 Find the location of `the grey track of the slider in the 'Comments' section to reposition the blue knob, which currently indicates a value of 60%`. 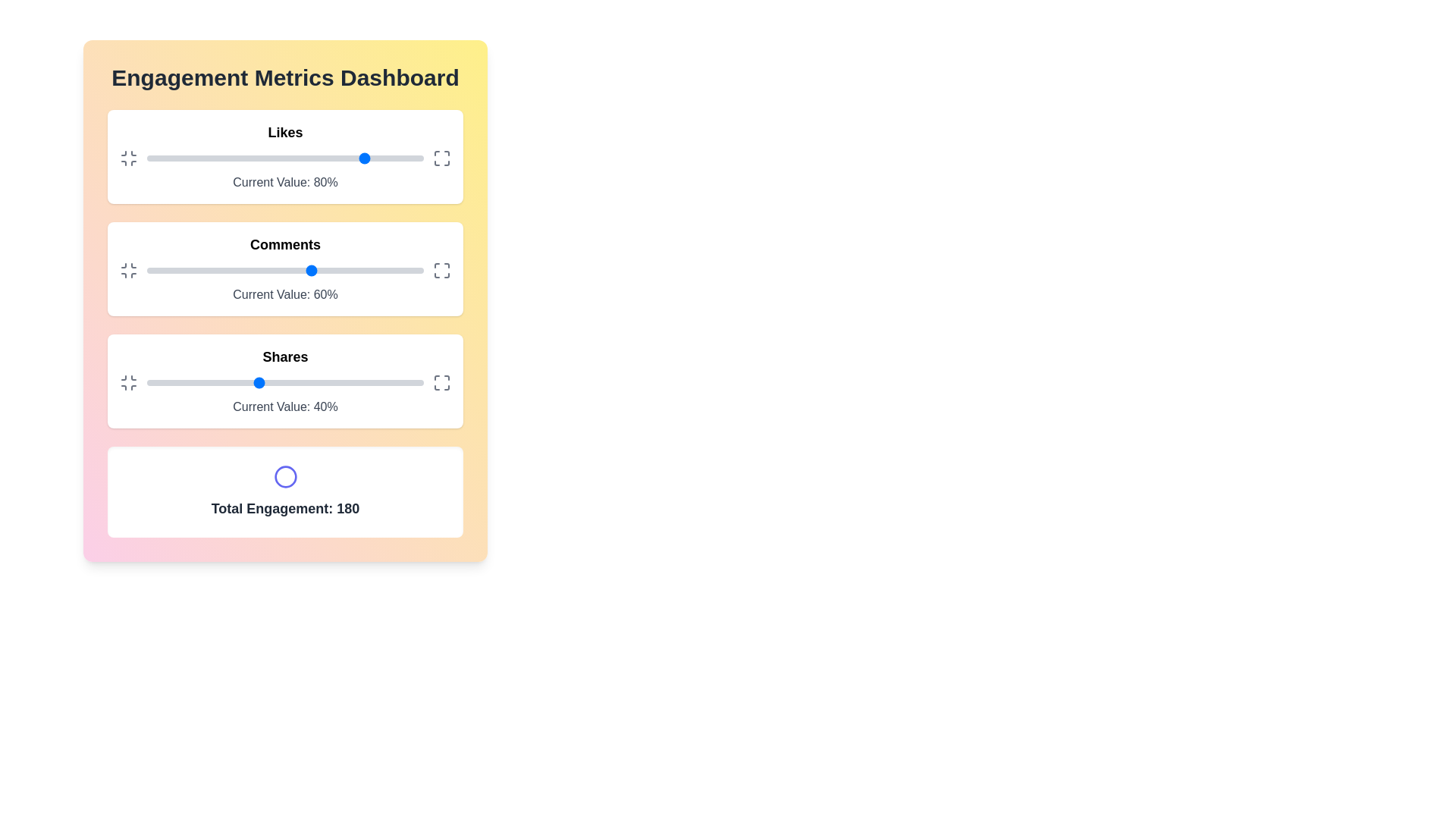

the grey track of the slider in the 'Comments' section to reposition the blue knob, which currently indicates a value of 60% is located at coordinates (285, 270).